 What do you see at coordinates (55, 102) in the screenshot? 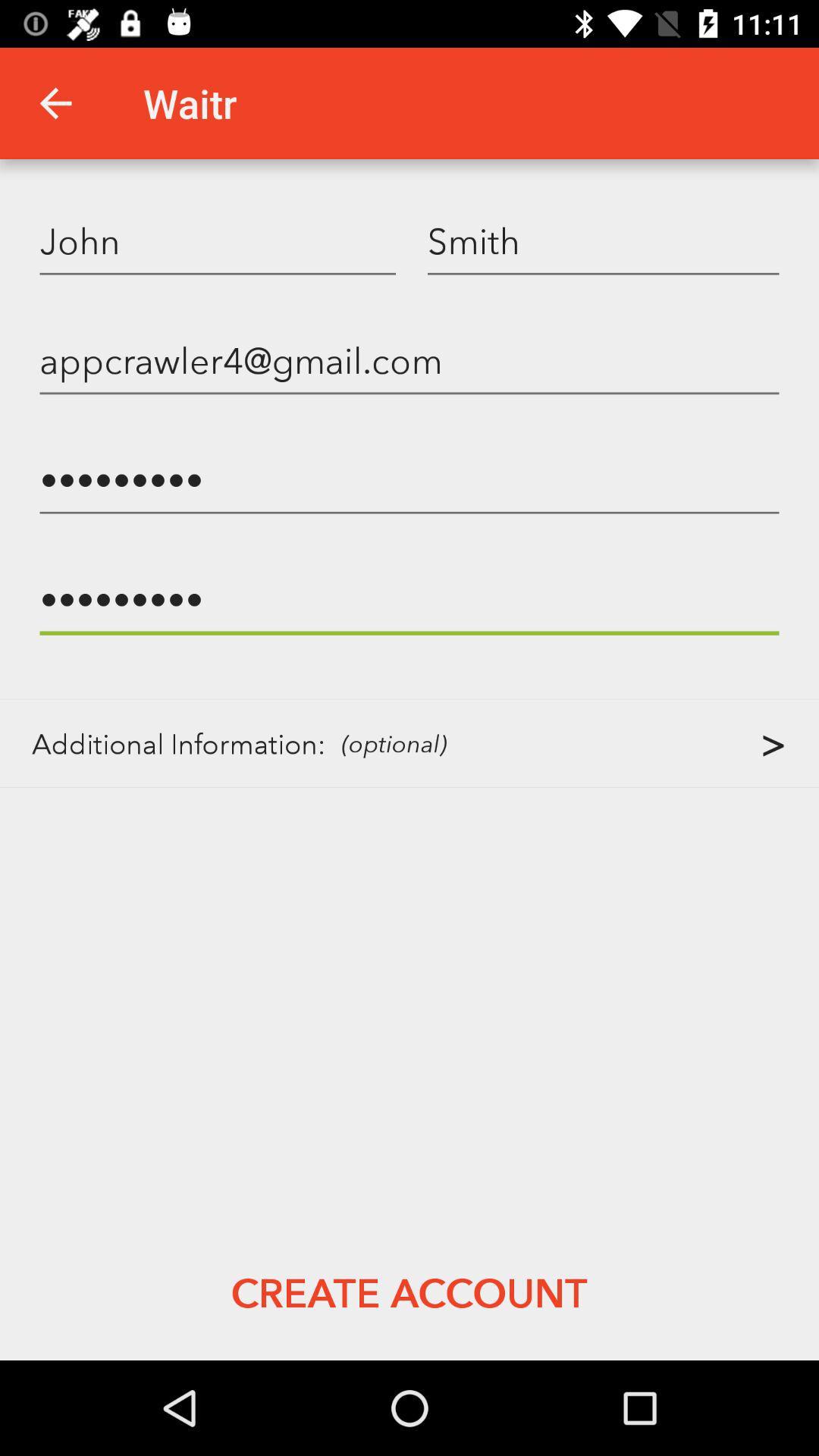
I see `the icon to the left of the waitr app` at bounding box center [55, 102].